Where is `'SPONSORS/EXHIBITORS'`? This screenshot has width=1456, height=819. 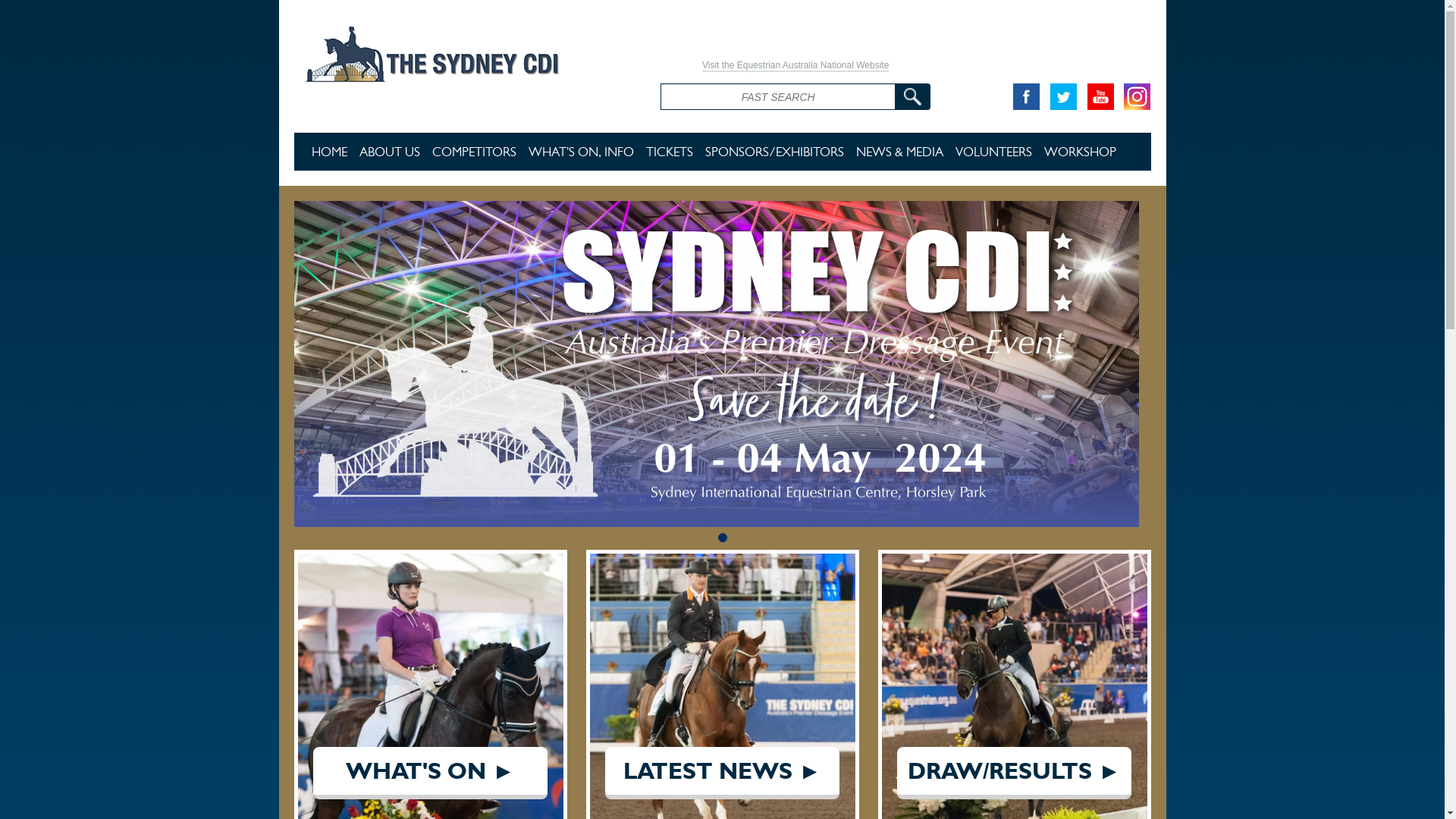 'SPONSORS/EXHIBITORS' is located at coordinates (774, 152).